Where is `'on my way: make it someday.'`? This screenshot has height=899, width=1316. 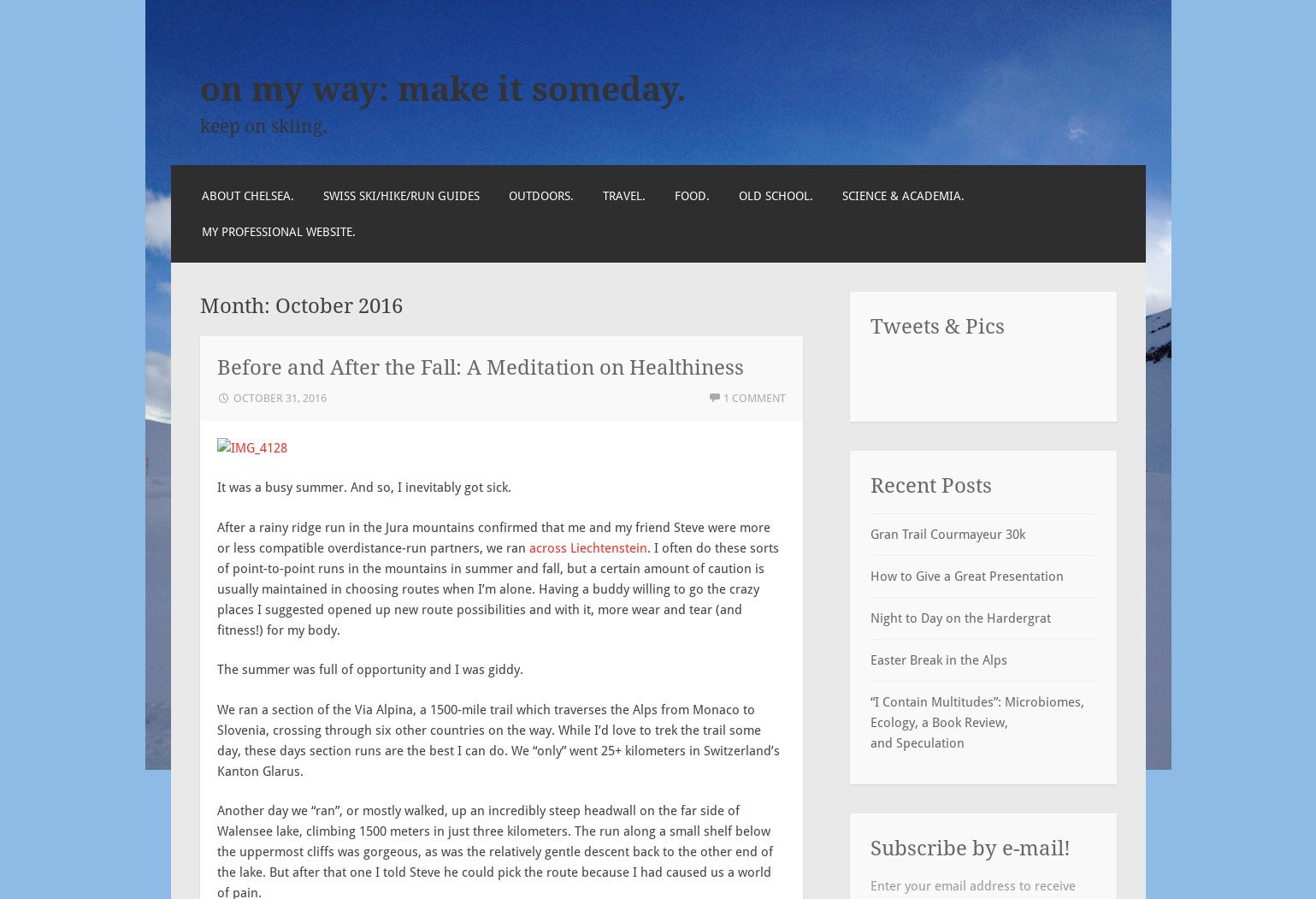
'on my way: make it someday.' is located at coordinates (442, 89).